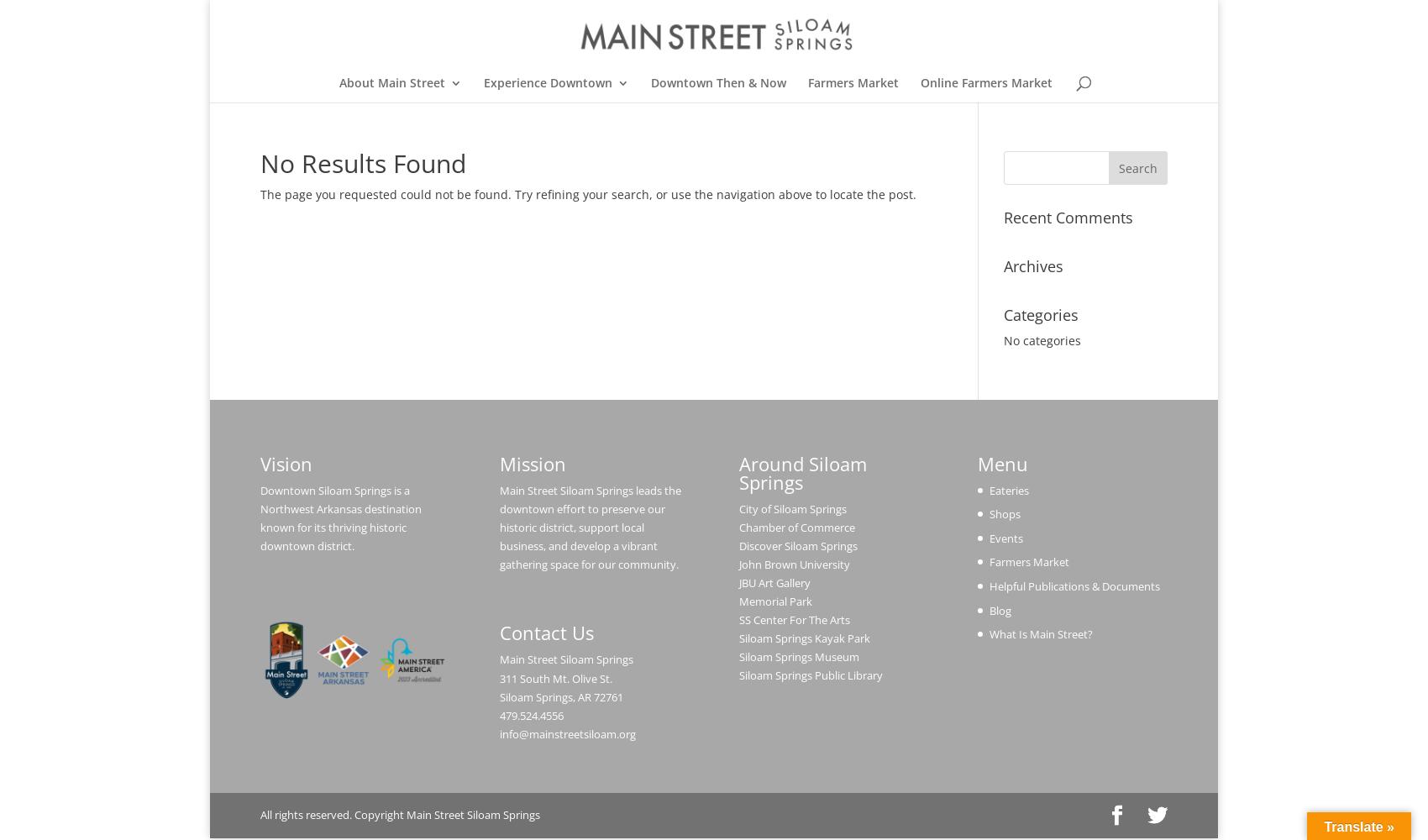 The image size is (1428, 840). What do you see at coordinates (809, 675) in the screenshot?
I see `'Siloam Springs Public Library'` at bounding box center [809, 675].